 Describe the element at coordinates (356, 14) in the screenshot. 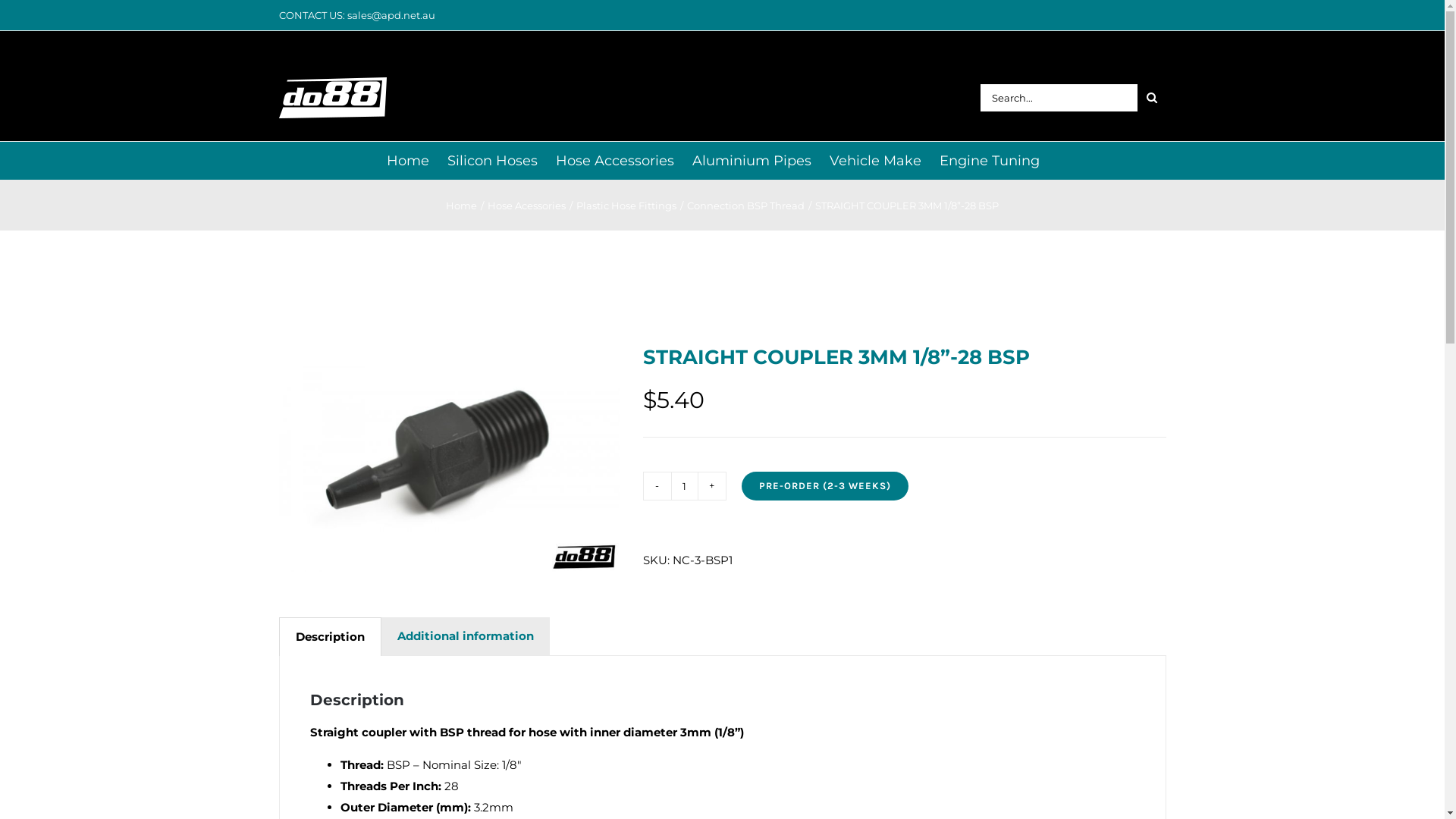

I see `'CONTACT US: sales@apd.net.au'` at that location.